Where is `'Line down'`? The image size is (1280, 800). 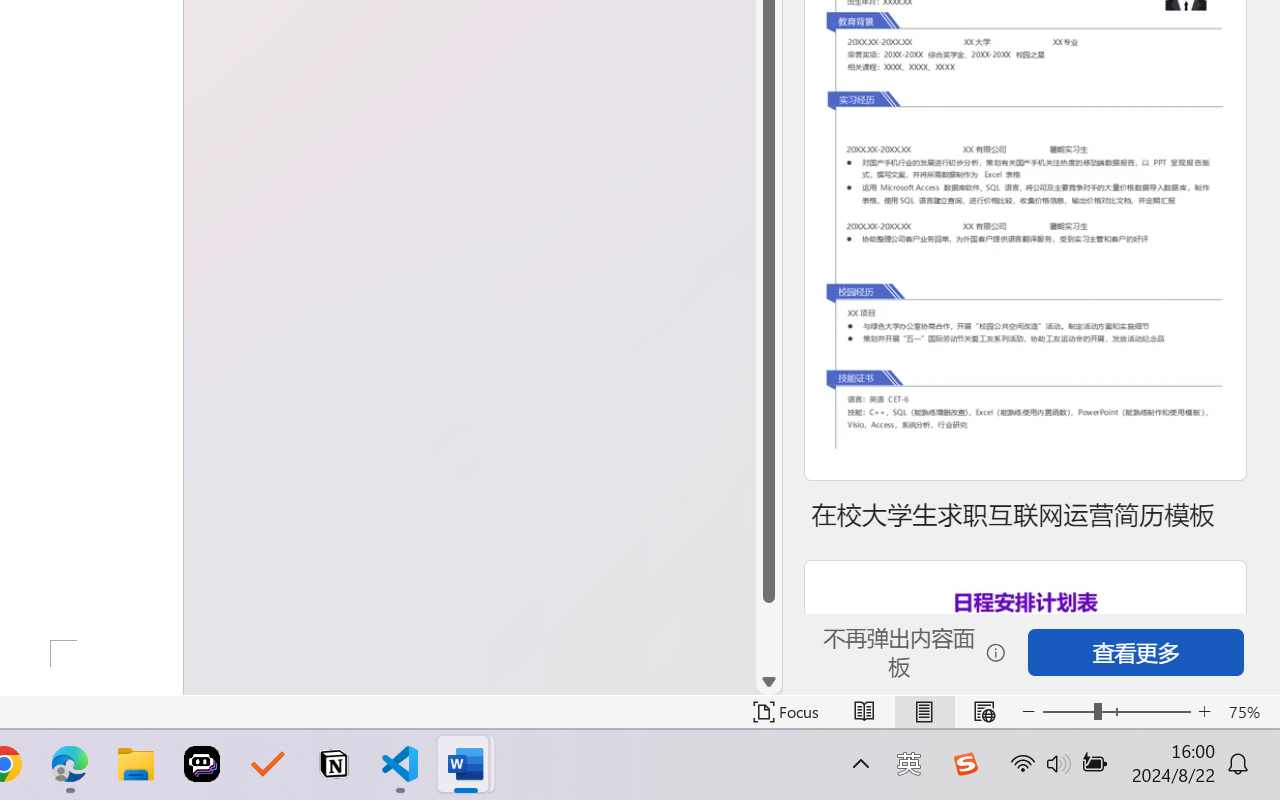 'Line down' is located at coordinates (768, 682).